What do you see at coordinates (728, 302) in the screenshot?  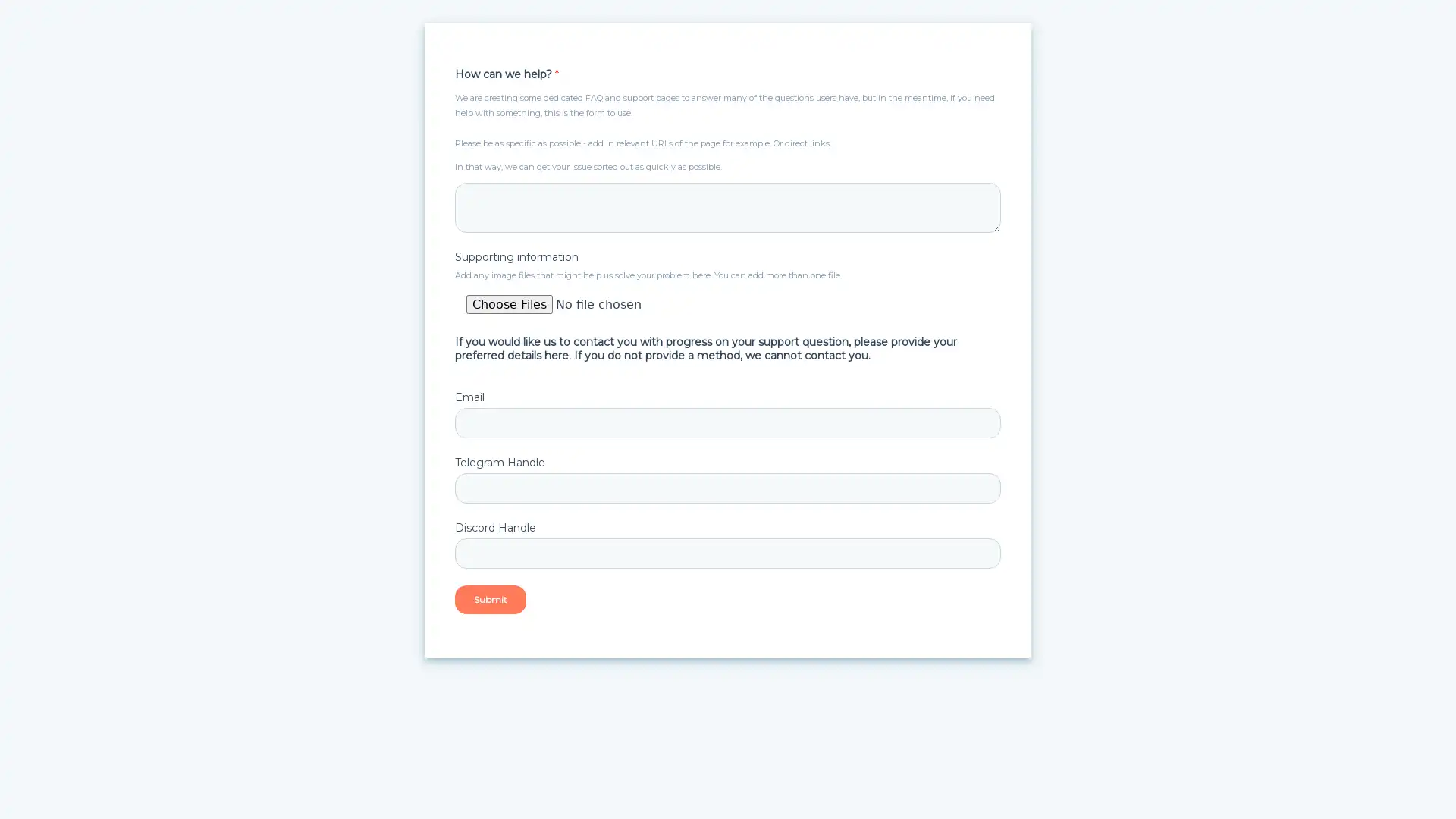 I see `Supporting information` at bounding box center [728, 302].